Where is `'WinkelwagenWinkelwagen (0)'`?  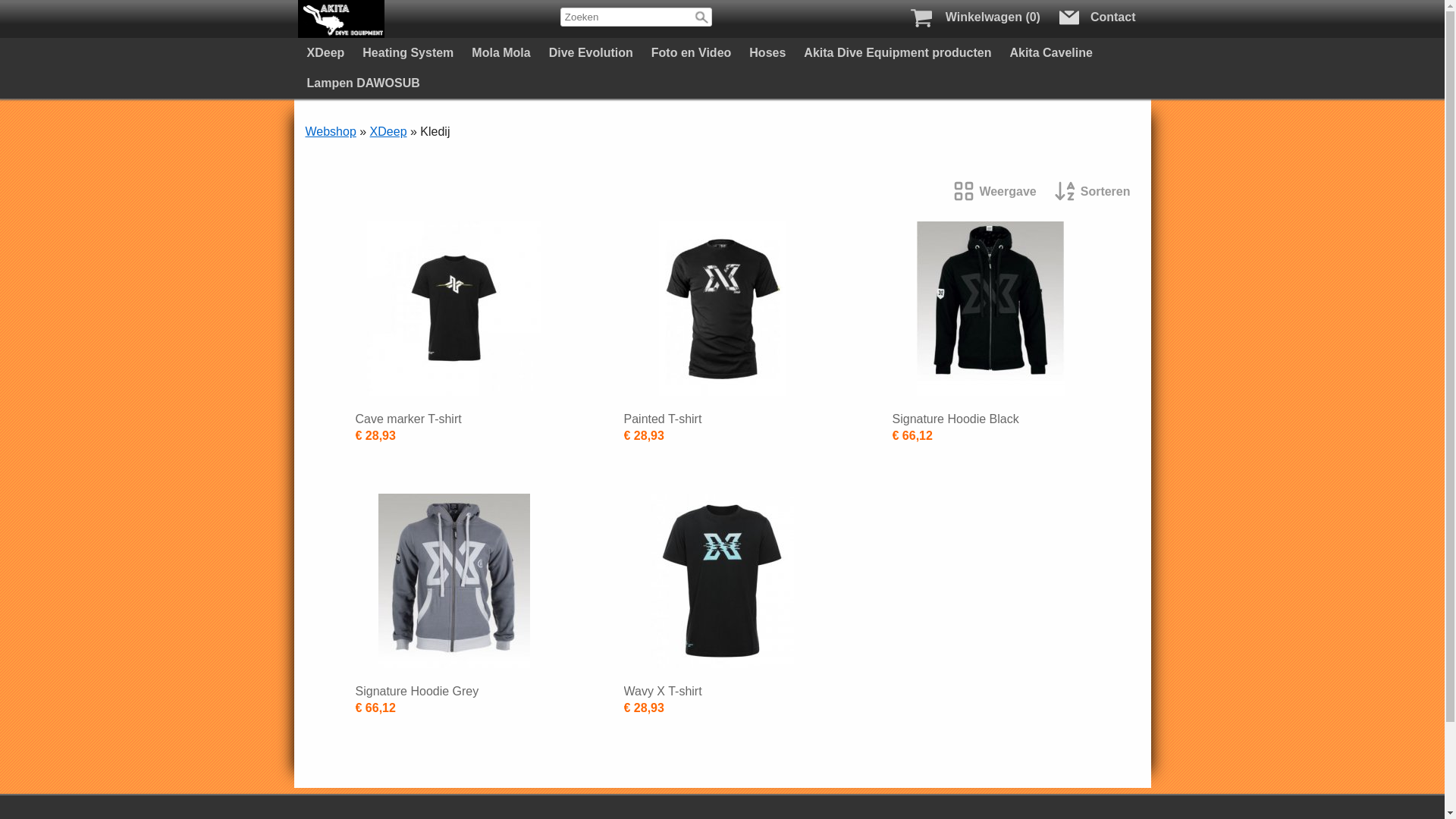 'WinkelwagenWinkelwagen (0)' is located at coordinates (971, 17).